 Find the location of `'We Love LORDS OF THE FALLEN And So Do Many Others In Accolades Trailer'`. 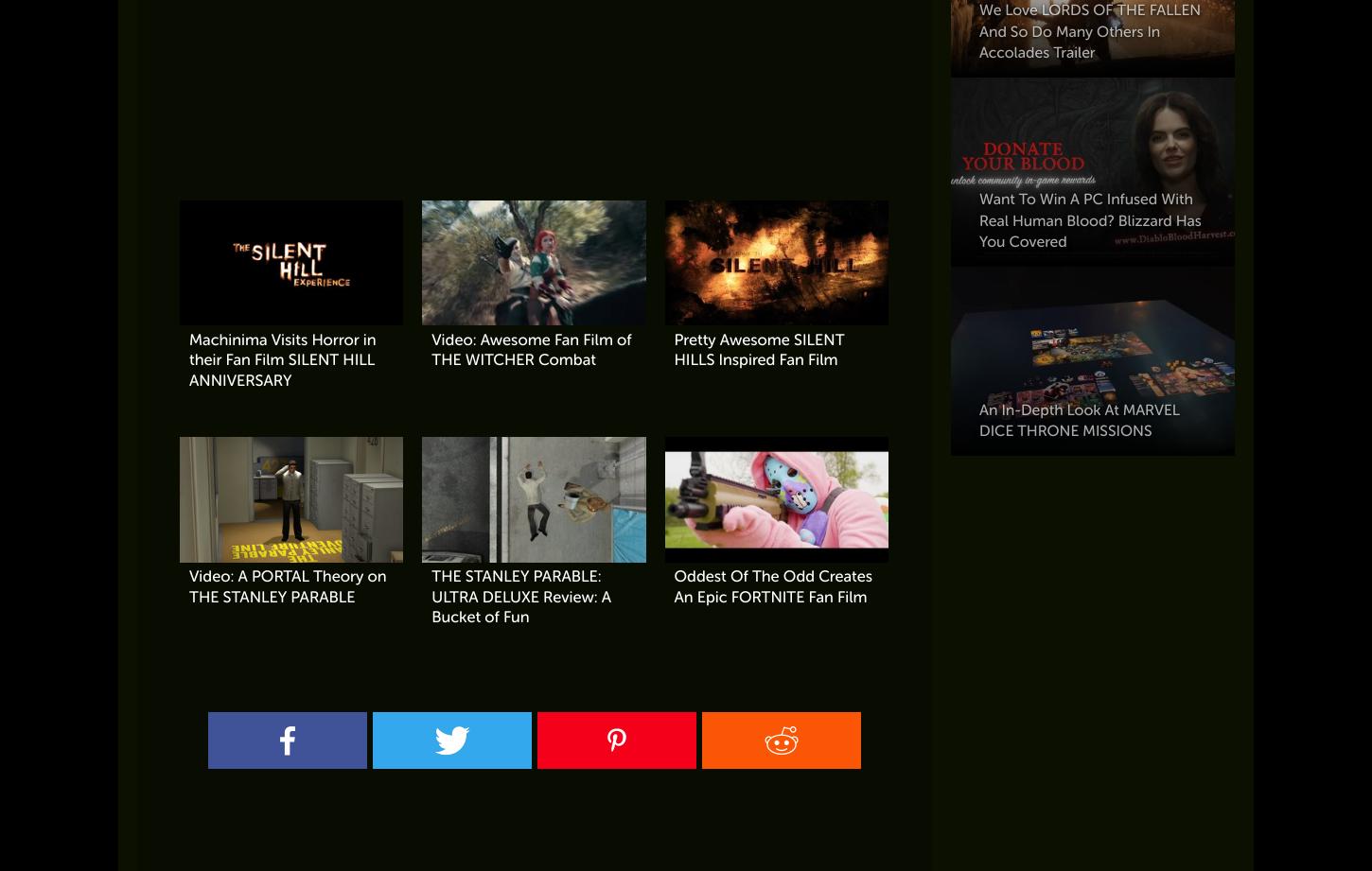

'We Love LORDS OF THE FALLEN And So Do Many Others In Accolades Trailer' is located at coordinates (1089, 31).